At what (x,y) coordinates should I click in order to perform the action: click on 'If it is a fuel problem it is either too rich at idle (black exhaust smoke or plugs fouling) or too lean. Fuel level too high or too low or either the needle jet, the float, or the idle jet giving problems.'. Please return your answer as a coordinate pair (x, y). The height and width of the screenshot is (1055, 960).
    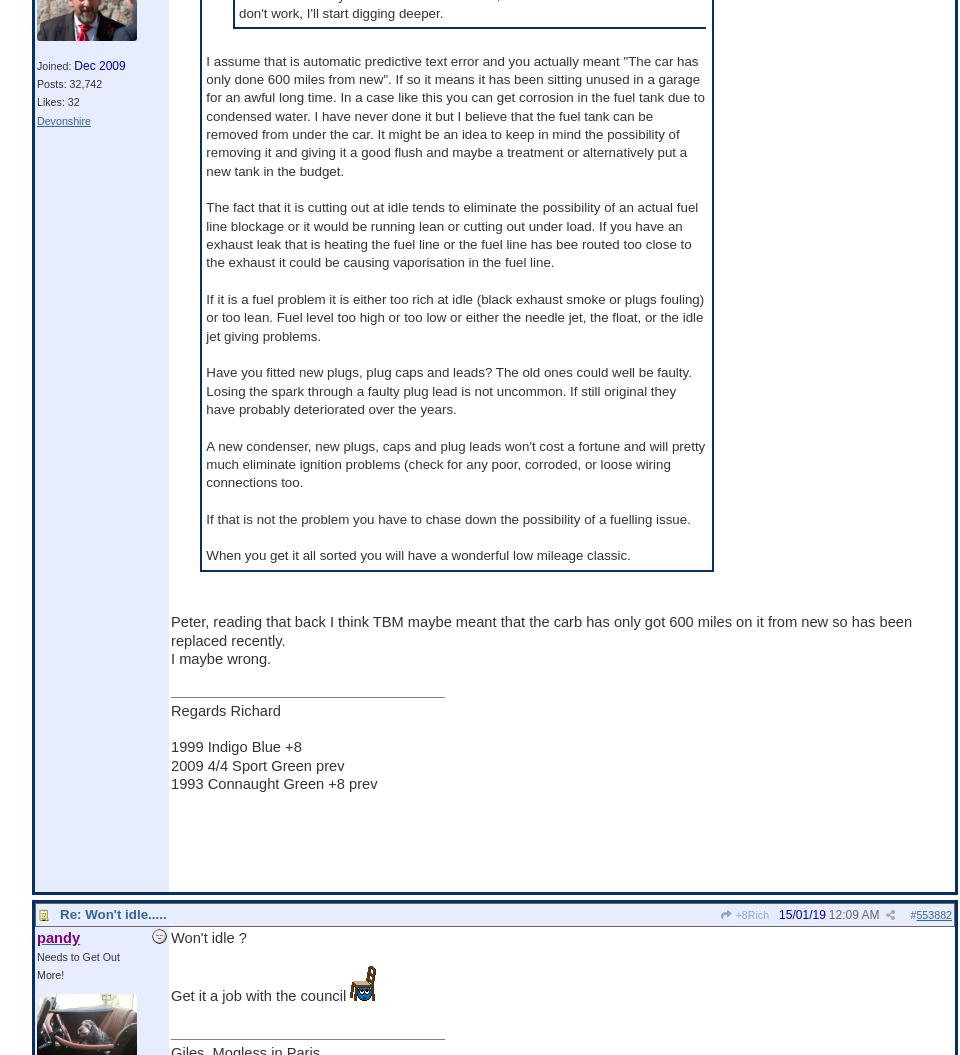
    Looking at the image, I should click on (455, 316).